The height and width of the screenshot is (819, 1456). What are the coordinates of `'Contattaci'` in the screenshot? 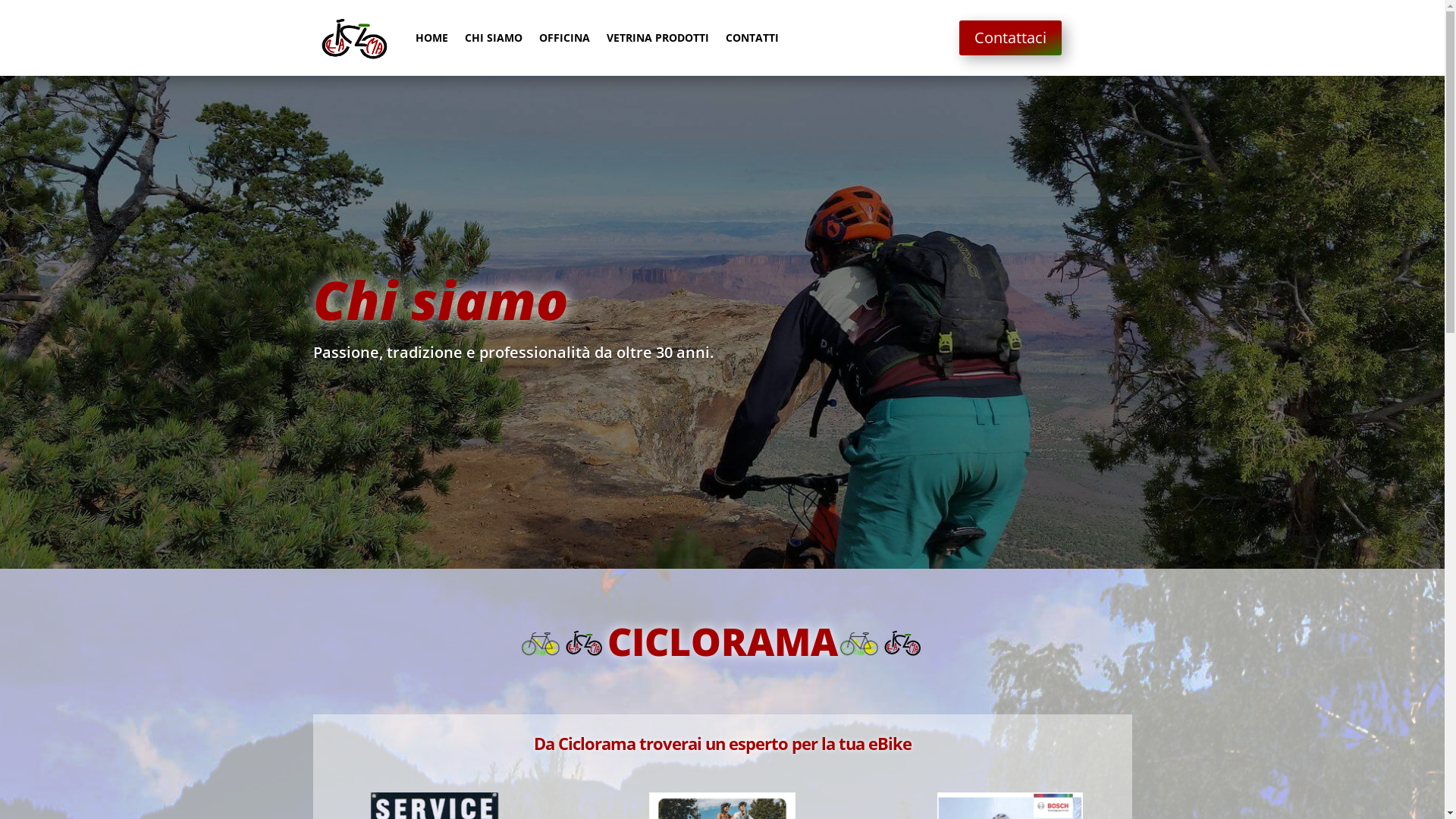 It's located at (1010, 37).